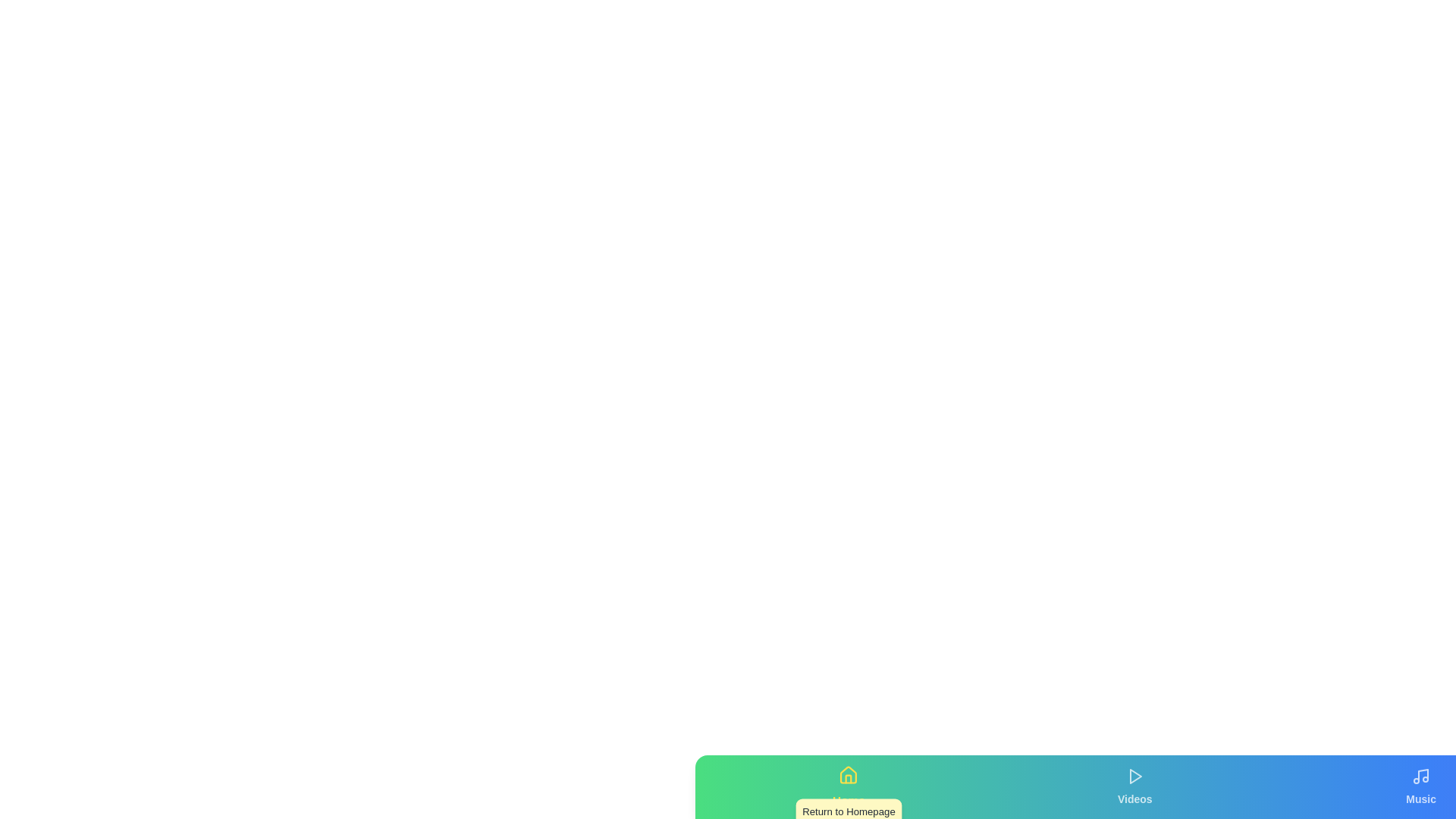 The width and height of the screenshot is (1456, 819). What do you see at coordinates (1134, 786) in the screenshot?
I see `the tab labeled Videos to view its details` at bounding box center [1134, 786].